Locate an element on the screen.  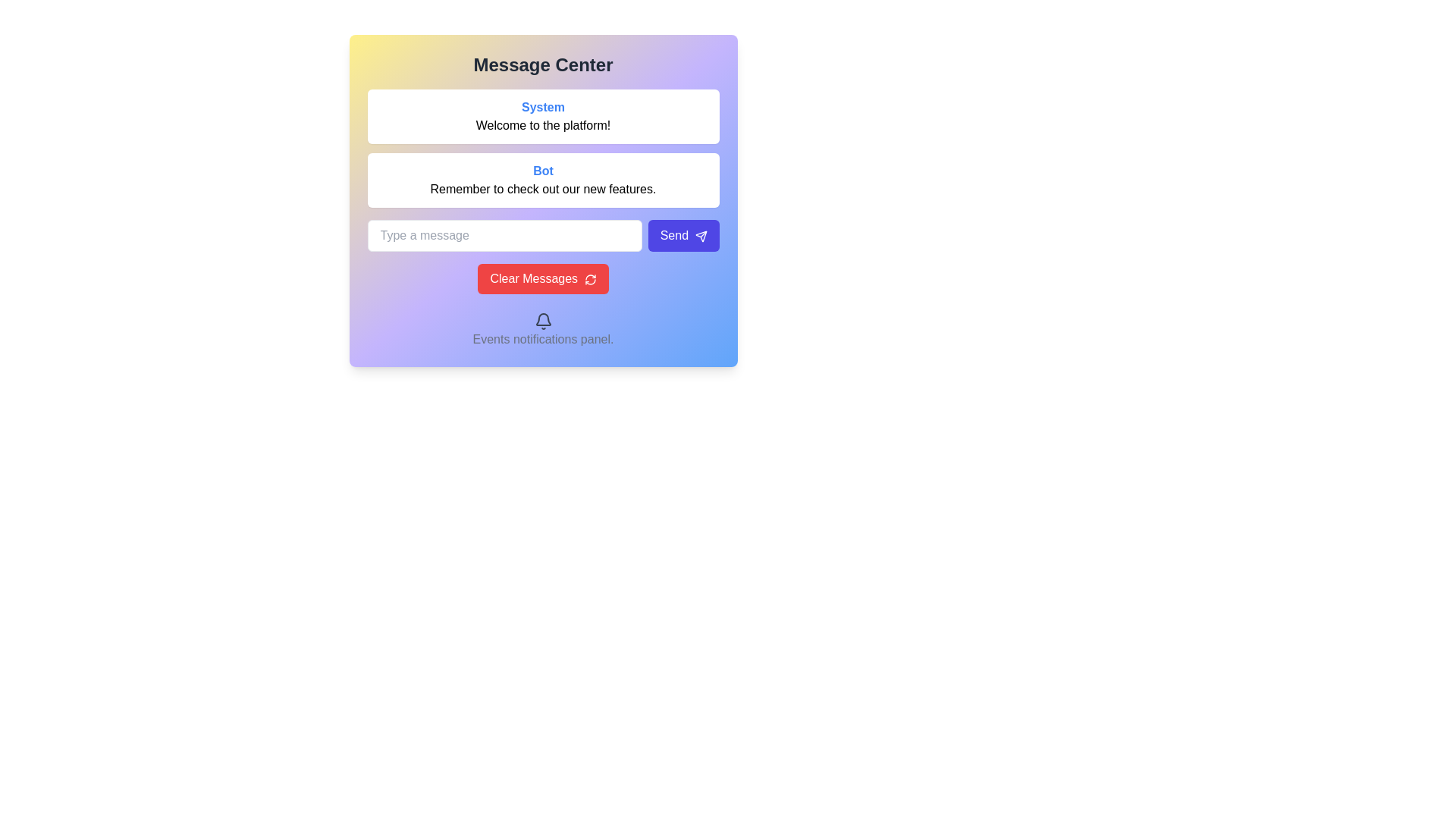
the refresh icon located on the right-hand side of the 'Clear Messages' button is located at coordinates (589, 279).